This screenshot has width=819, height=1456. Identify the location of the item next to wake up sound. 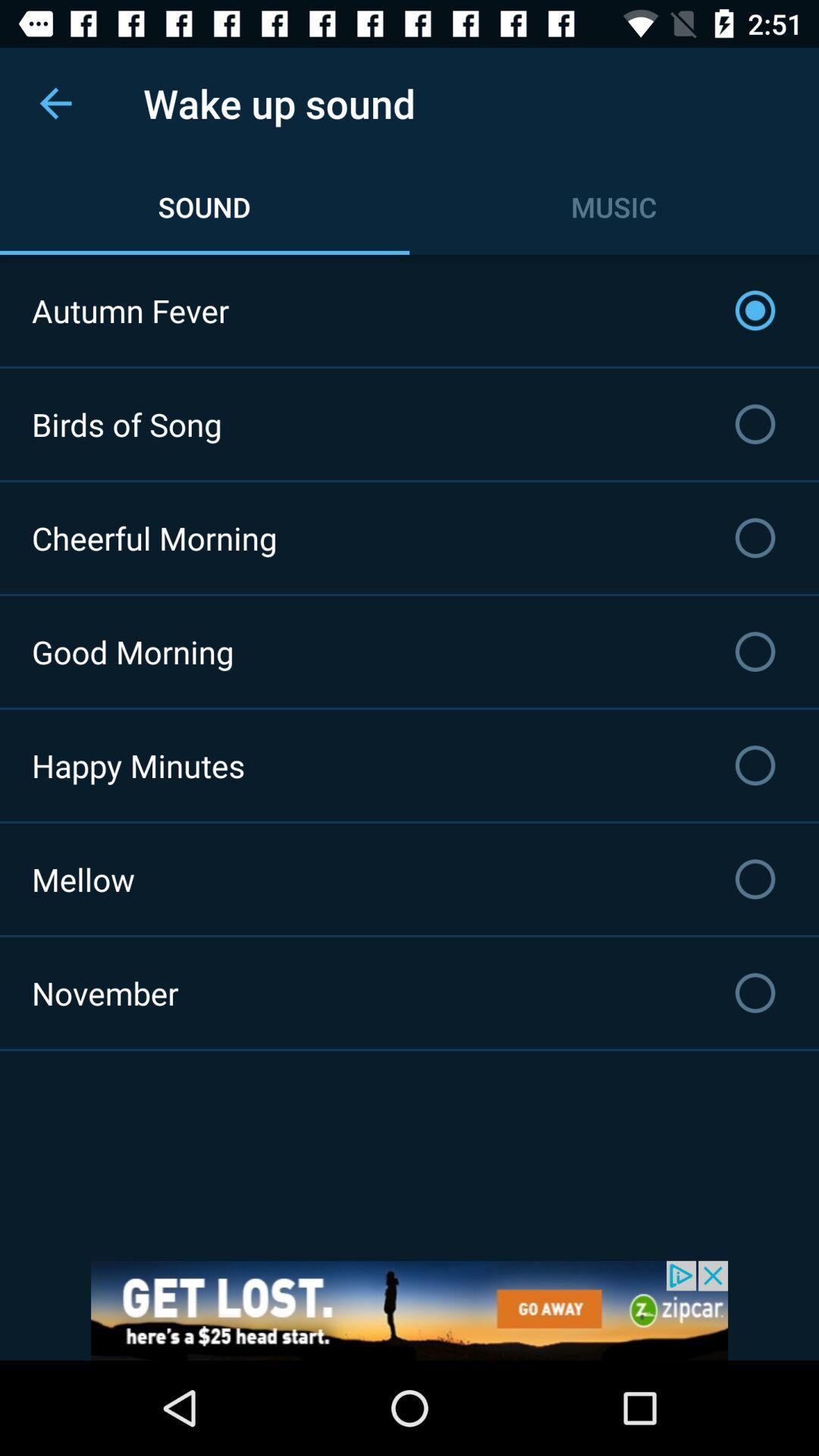
(55, 102).